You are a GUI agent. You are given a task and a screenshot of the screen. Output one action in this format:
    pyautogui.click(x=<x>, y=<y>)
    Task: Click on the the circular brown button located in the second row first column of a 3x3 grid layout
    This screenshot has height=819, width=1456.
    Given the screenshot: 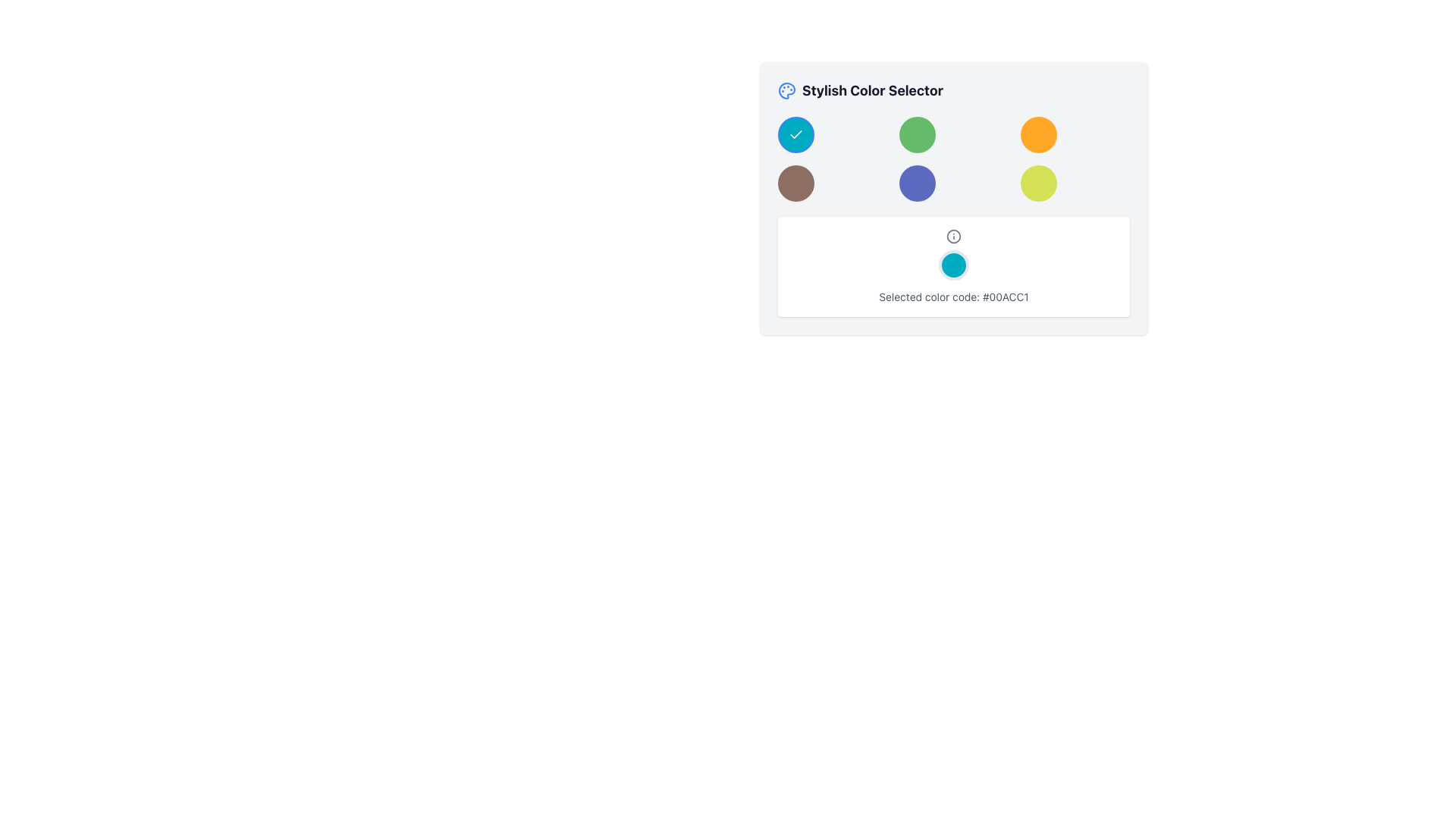 What is the action you would take?
    pyautogui.click(x=795, y=183)
    